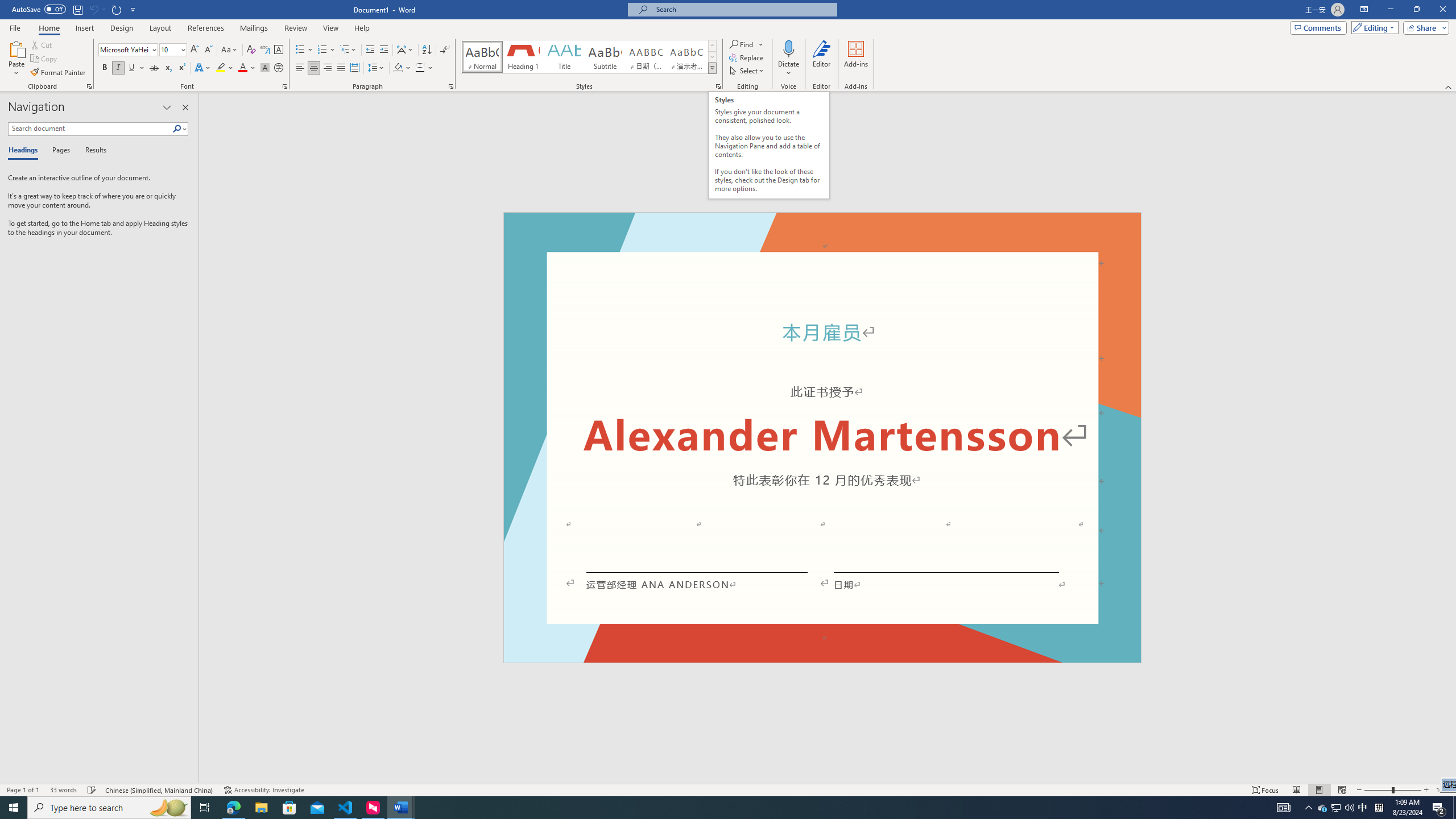 This screenshot has height=819, width=1456. What do you see at coordinates (229, 49) in the screenshot?
I see `'Change Case'` at bounding box center [229, 49].